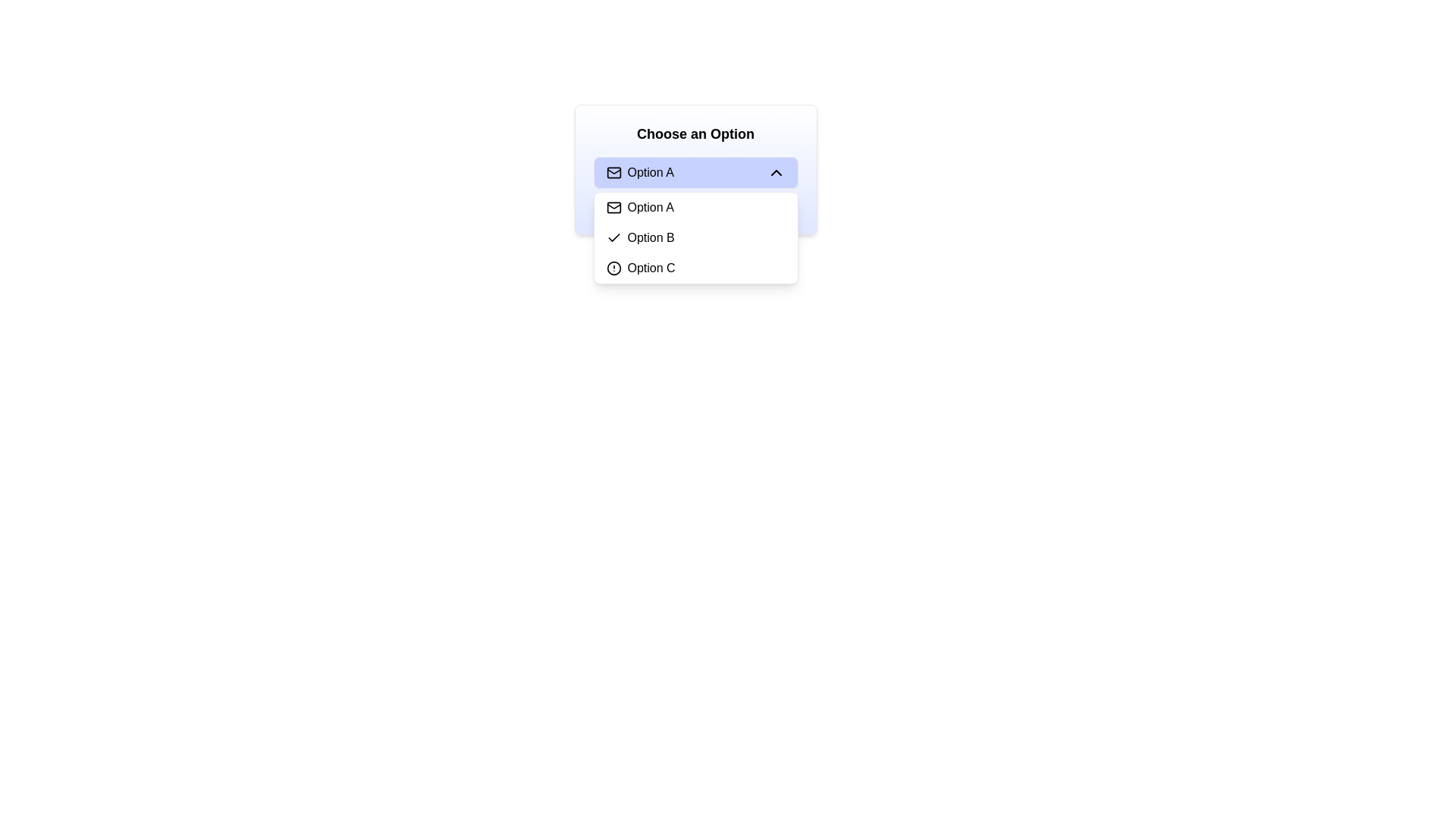  What do you see at coordinates (695, 237) in the screenshot?
I see `the Dropdown Menu located beneath the 'Choose an Option' button` at bounding box center [695, 237].